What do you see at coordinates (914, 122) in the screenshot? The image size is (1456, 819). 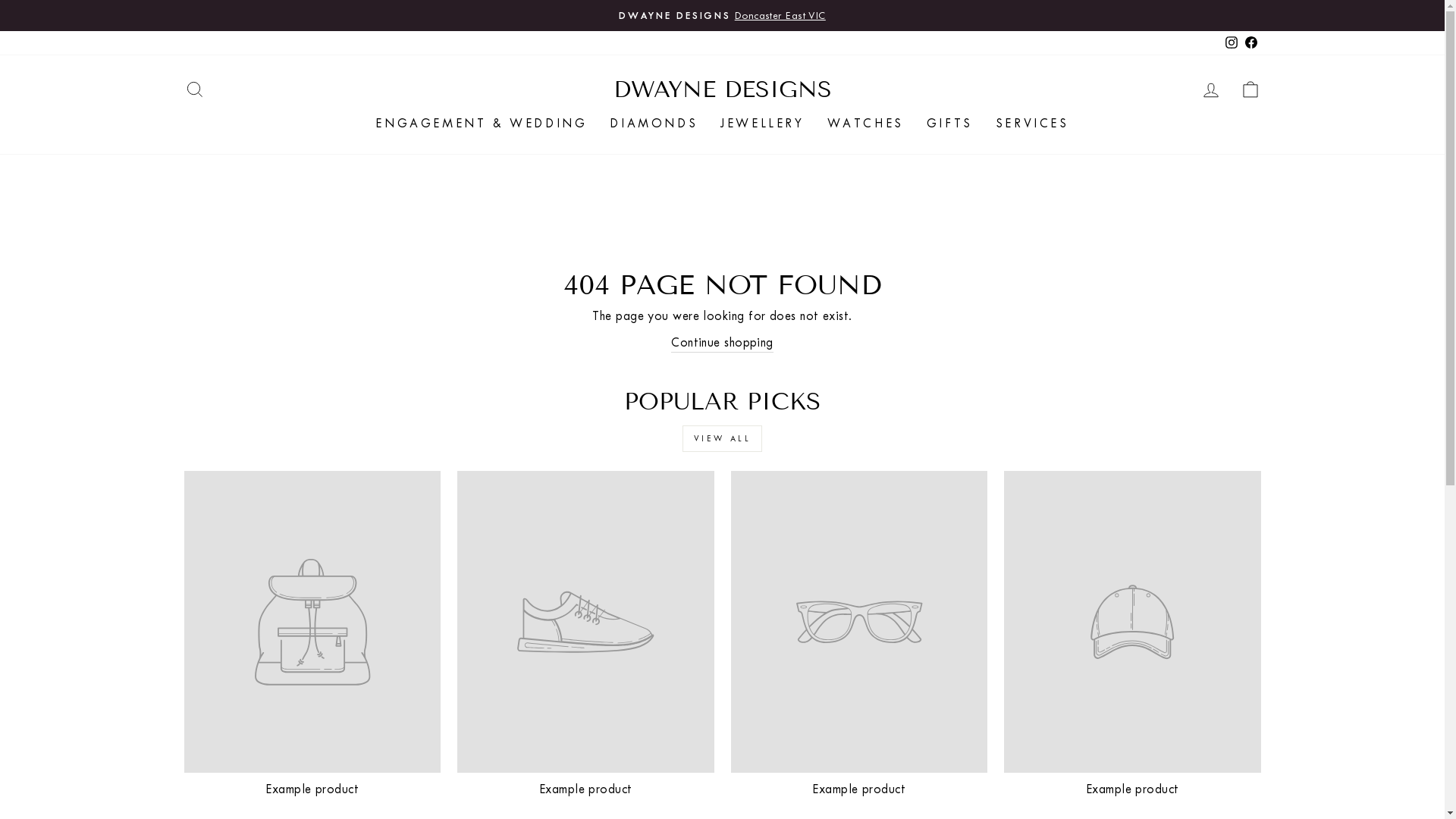 I see `'GIFTS'` at bounding box center [914, 122].